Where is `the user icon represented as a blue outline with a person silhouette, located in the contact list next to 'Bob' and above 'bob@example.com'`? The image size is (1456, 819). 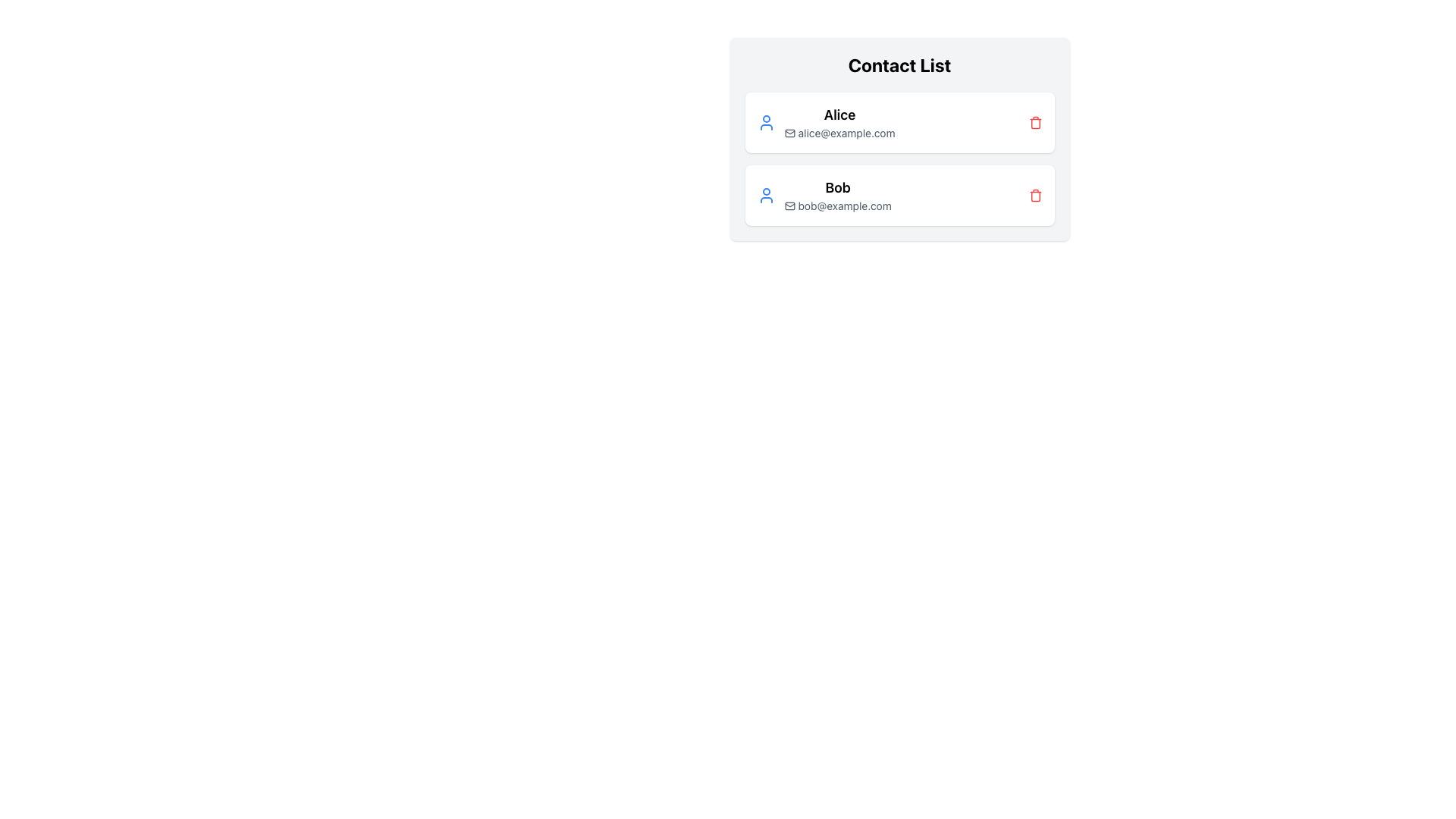 the user icon represented as a blue outline with a person silhouette, located in the contact list next to 'Bob' and above 'bob@example.com' is located at coordinates (766, 195).